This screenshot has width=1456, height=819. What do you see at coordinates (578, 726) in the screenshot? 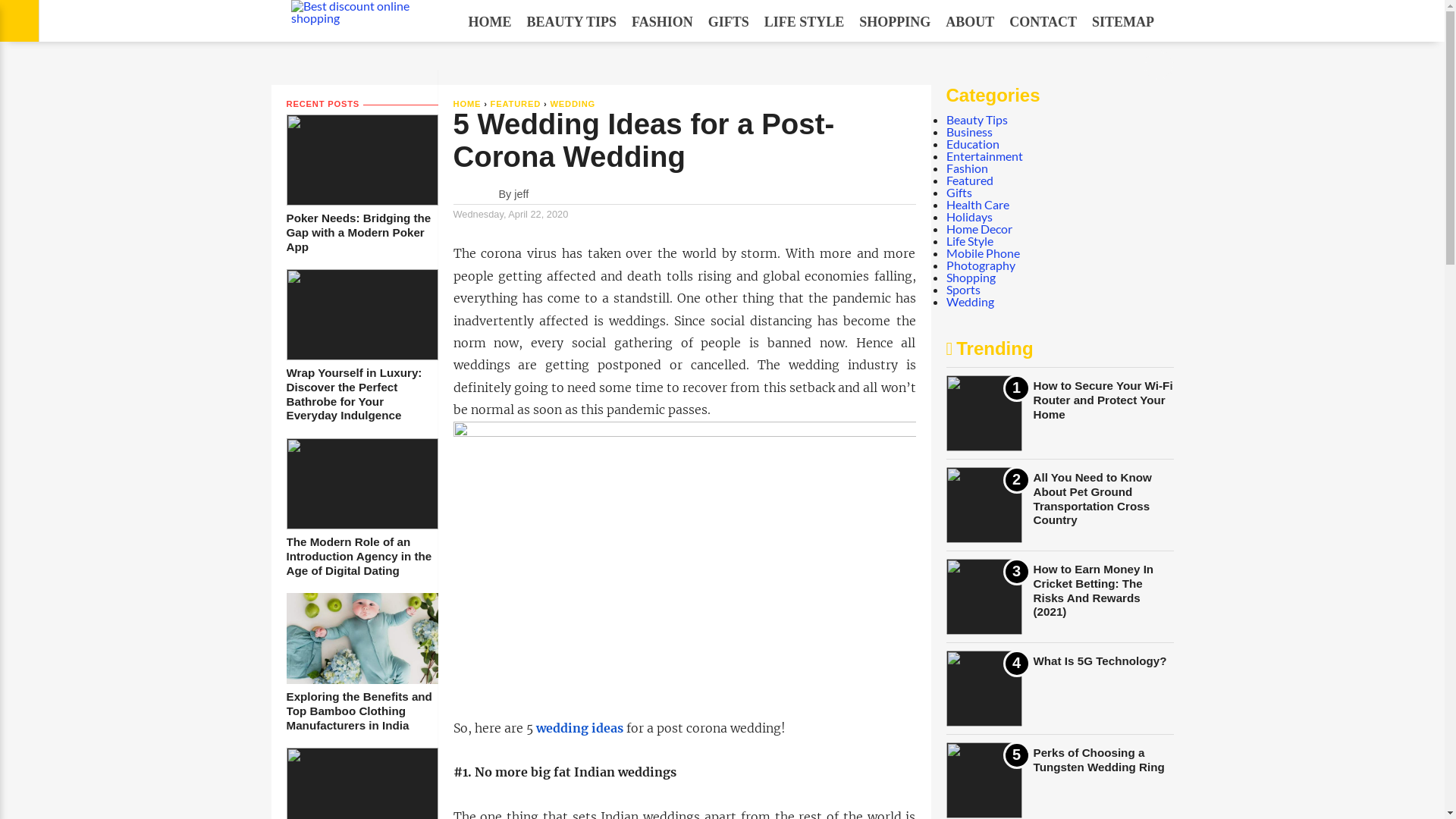
I see `'wedding ideas'` at bounding box center [578, 726].